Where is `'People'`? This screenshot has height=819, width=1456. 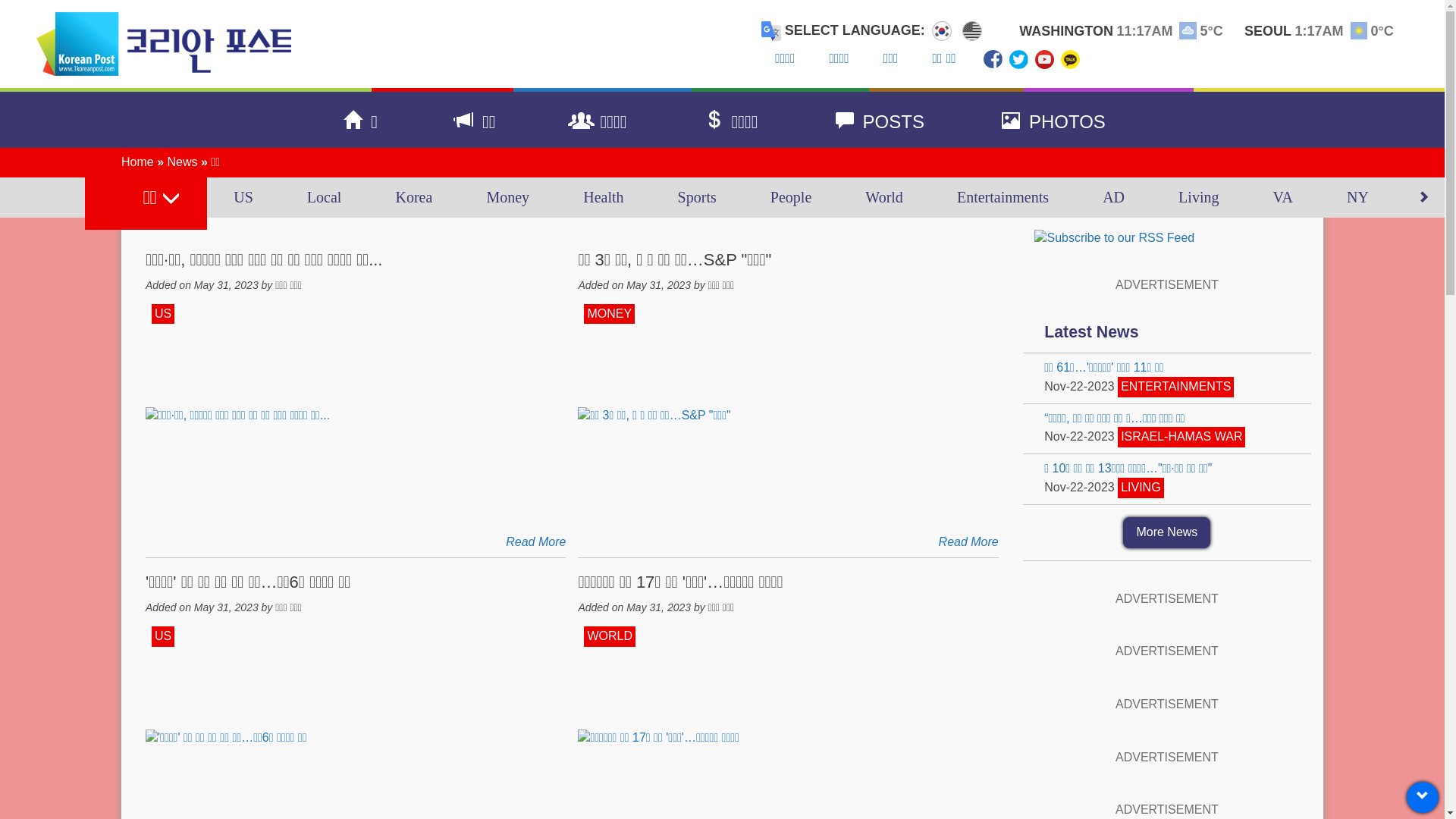
'People' is located at coordinates (789, 197).